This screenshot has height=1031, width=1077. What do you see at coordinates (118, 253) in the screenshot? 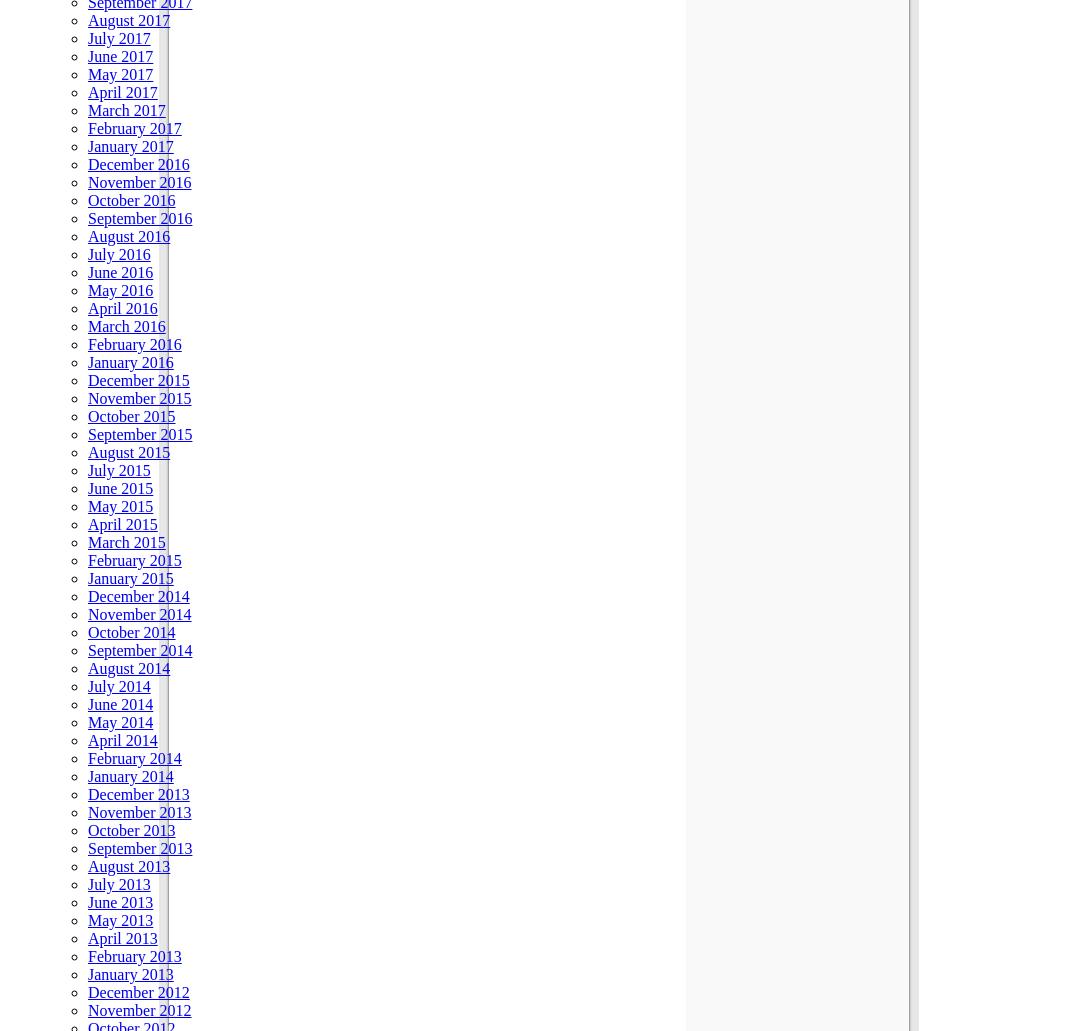
I see `'July 2016'` at bounding box center [118, 253].